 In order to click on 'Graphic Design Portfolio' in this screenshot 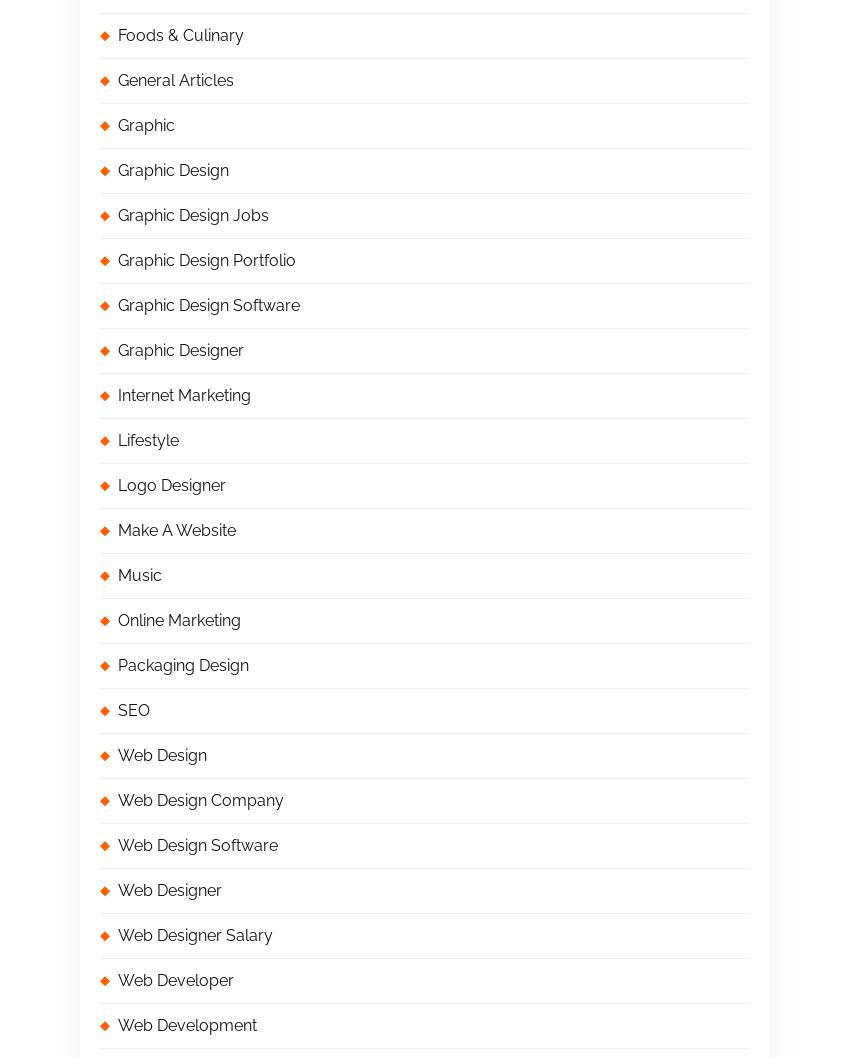, I will do `click(205, 259)`.